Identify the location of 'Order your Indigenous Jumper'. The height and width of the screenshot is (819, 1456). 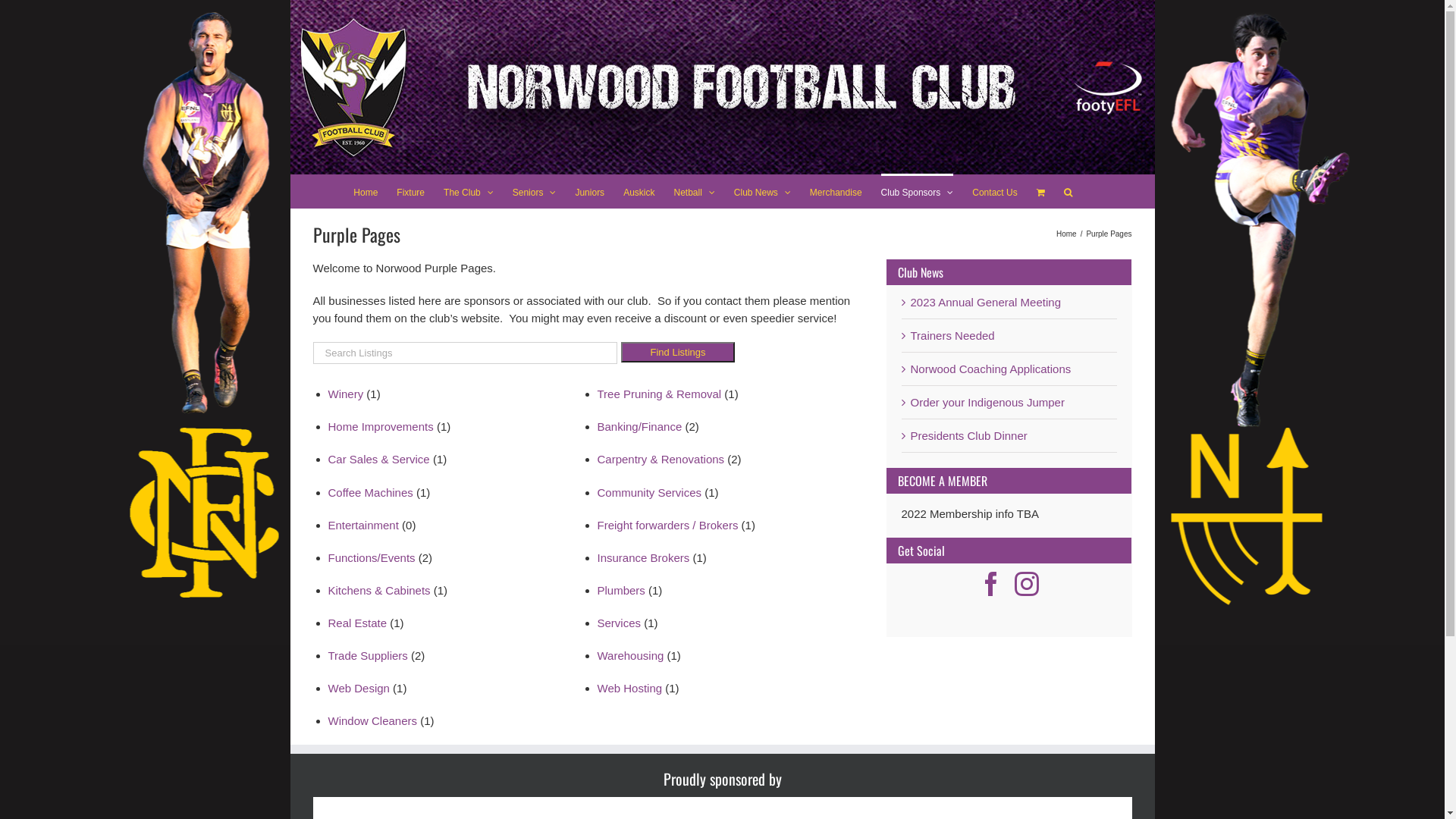
(987, 401).